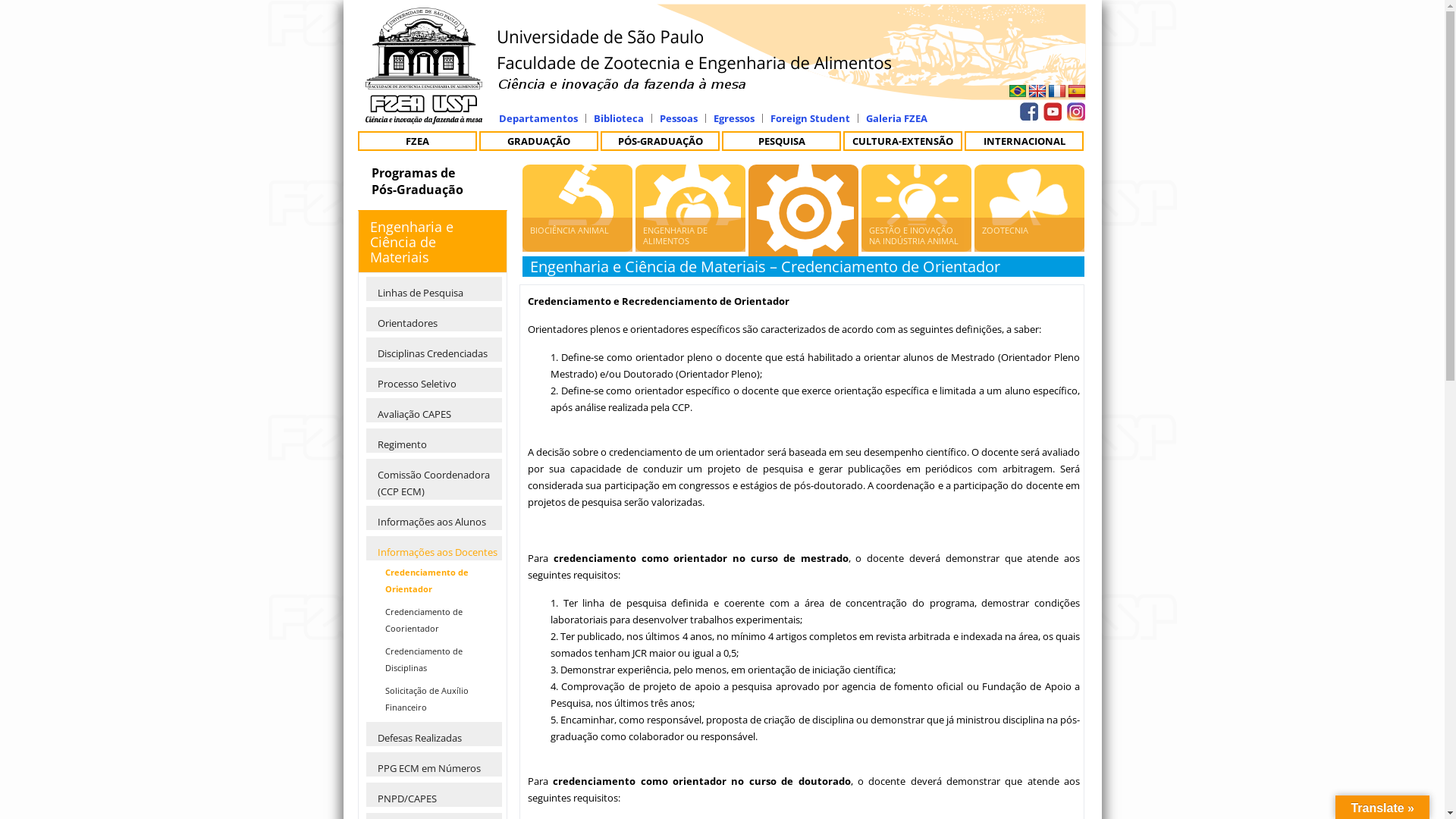  Describe the element at coordinates (781, 140) in the screenshot. I see `'PESQUISA'` at that location.